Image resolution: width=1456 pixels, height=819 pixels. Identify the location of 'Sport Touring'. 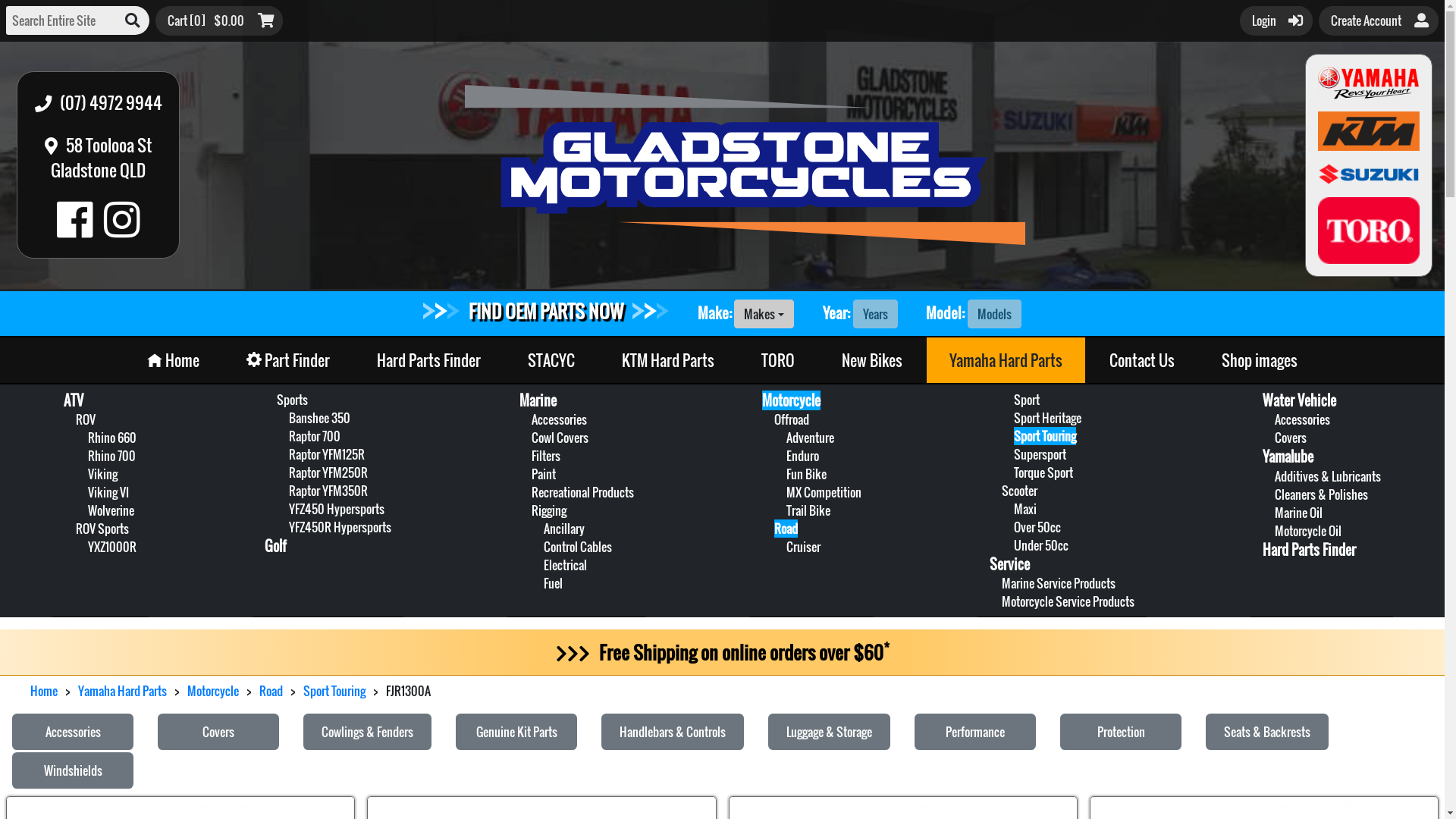
(1043, 435).